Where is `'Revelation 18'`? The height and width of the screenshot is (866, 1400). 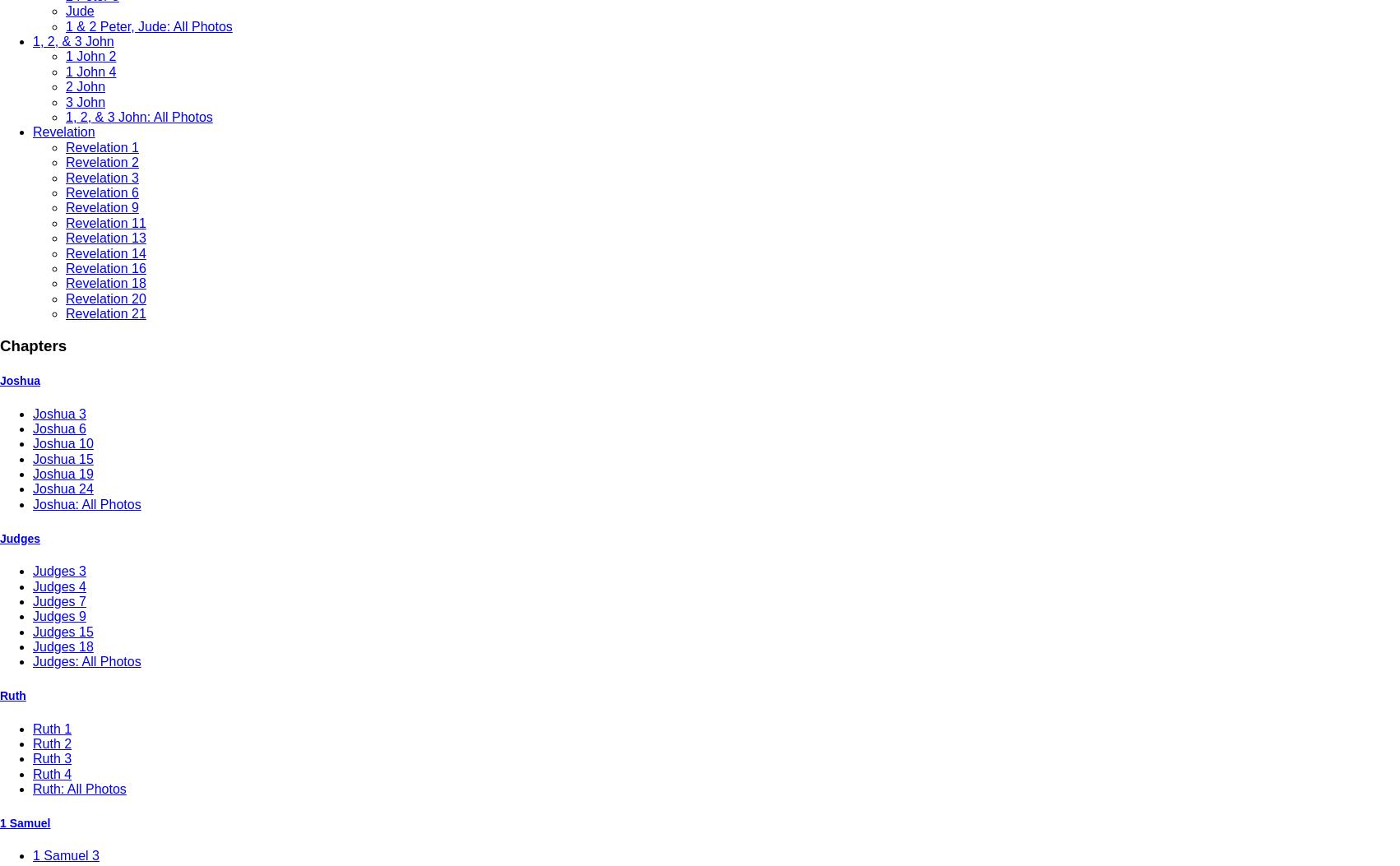
'Revelation 18' is located at coordinates (105, 282).